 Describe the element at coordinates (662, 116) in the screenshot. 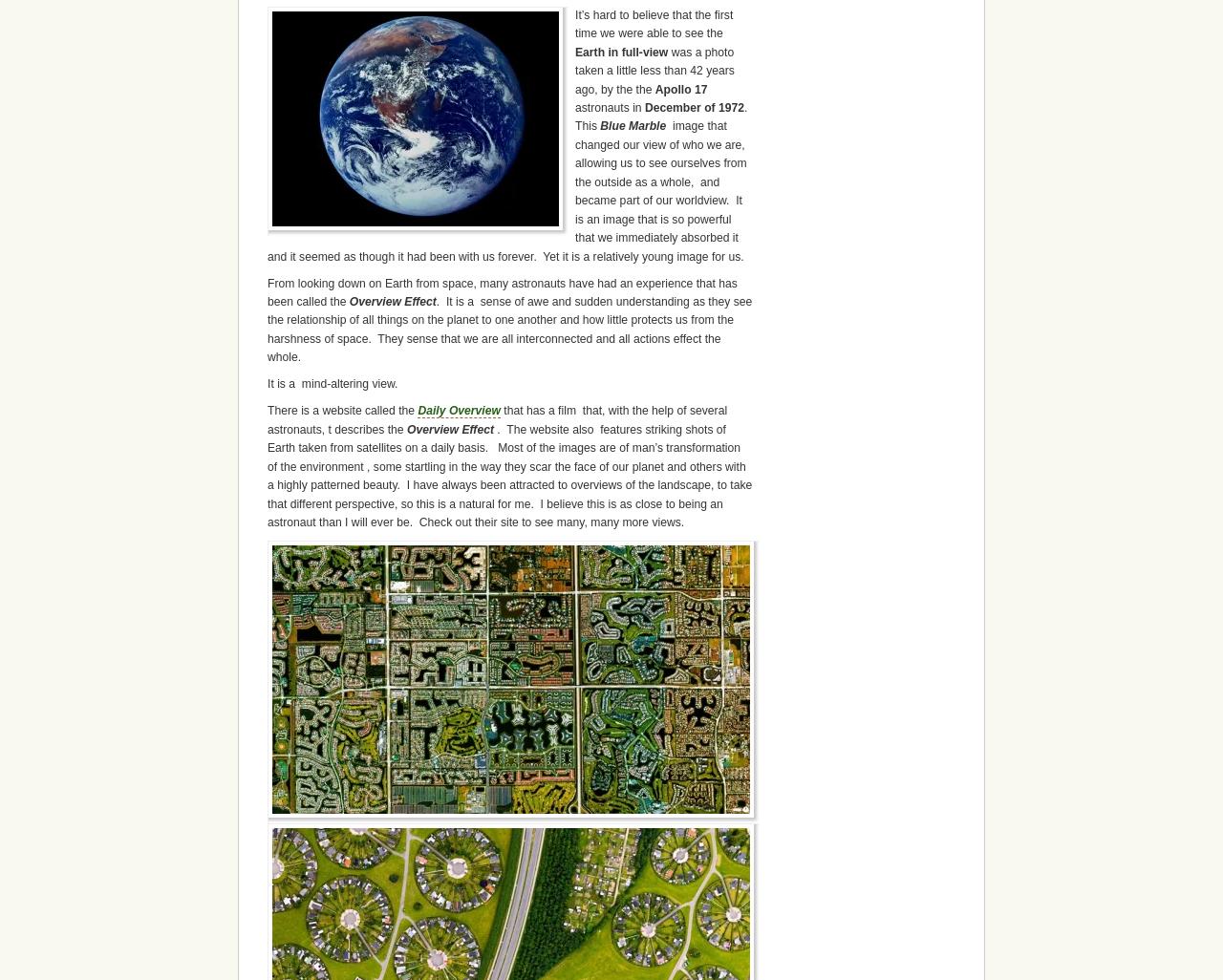

I see `'.  This'` at that location.